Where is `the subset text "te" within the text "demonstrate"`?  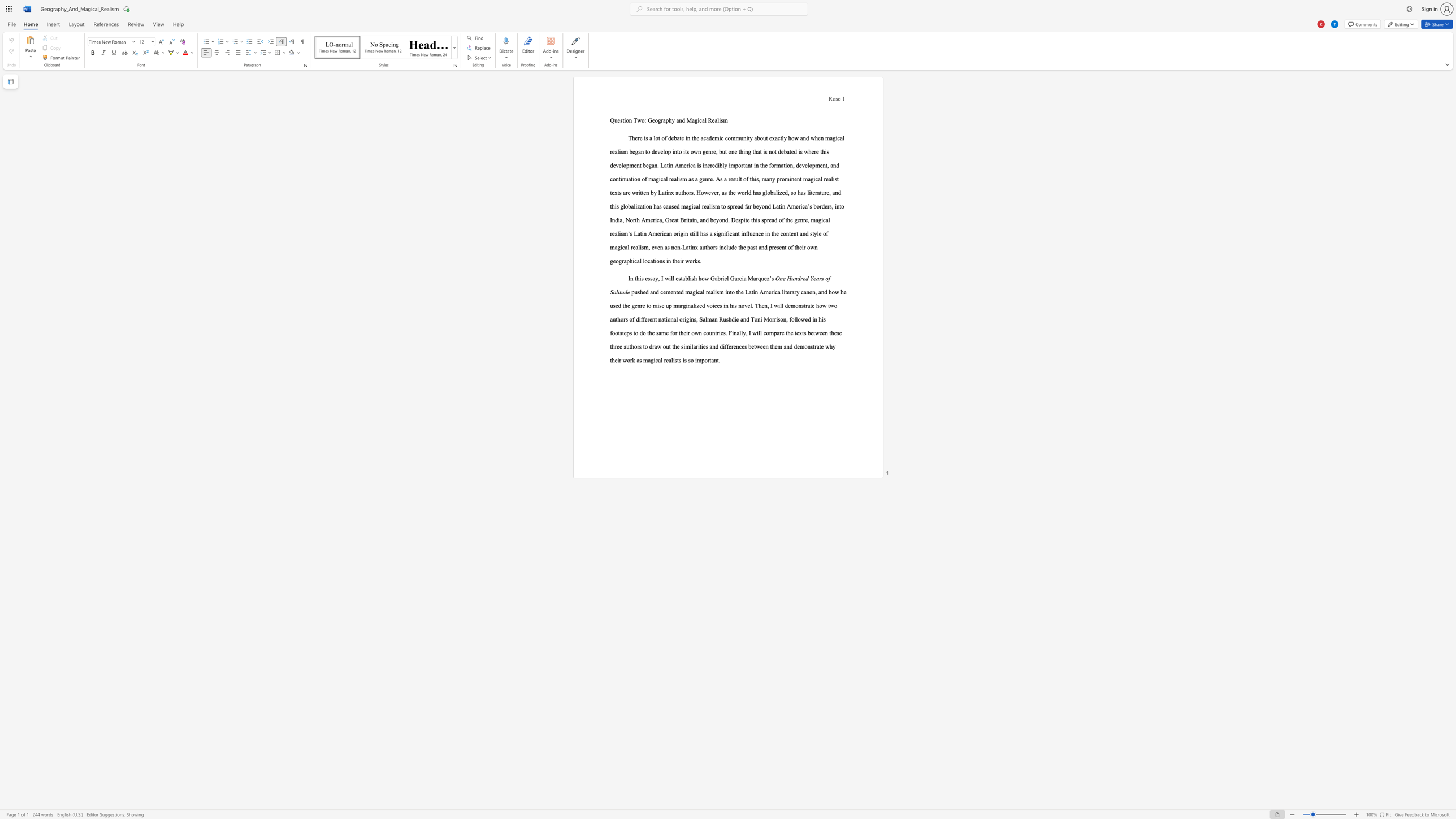
the subset text "te" within the text "demonstrate" is located at coordinates (818, 346).